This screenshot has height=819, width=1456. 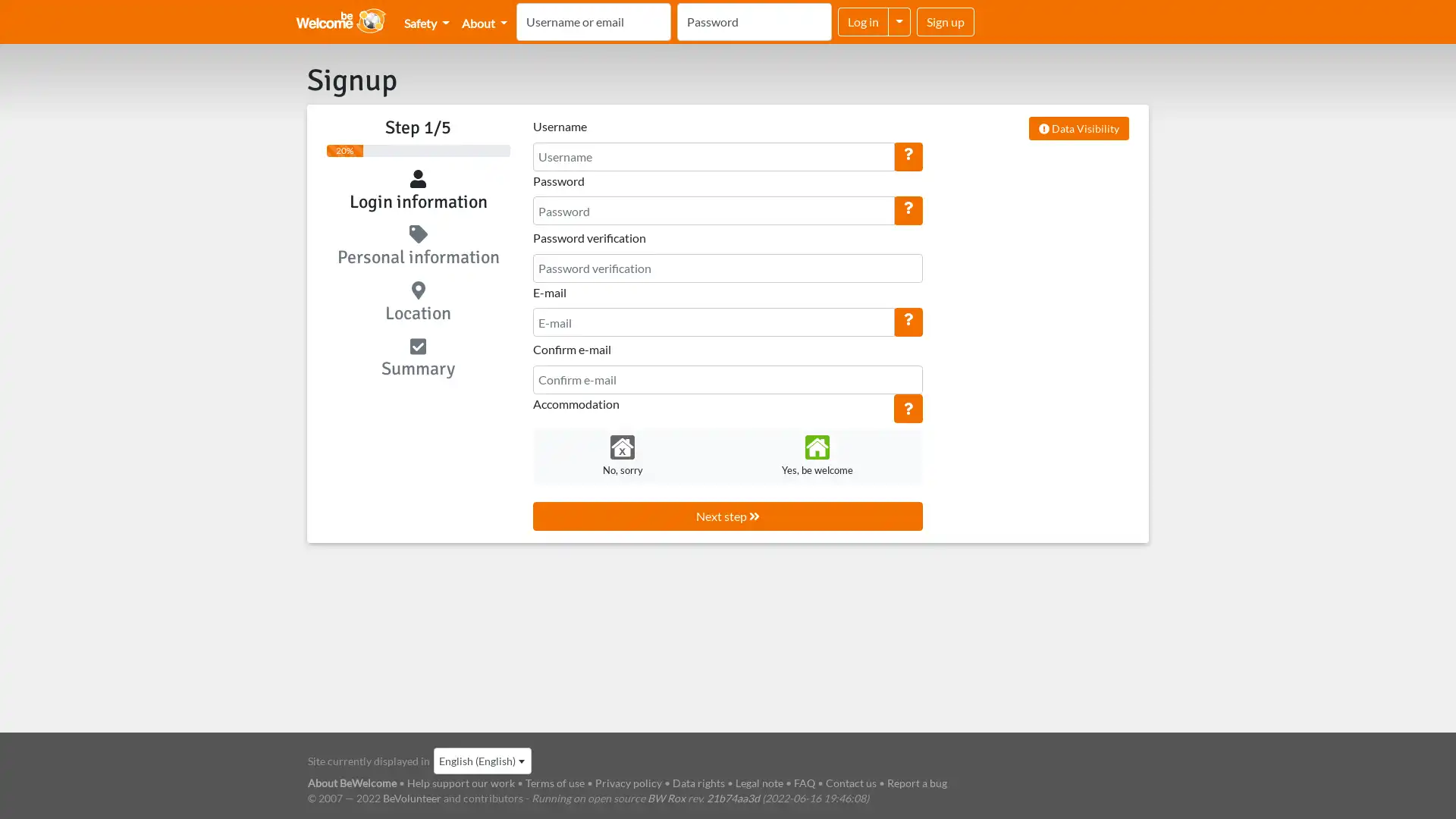 I want to click on Log in, so click(x=863, y=22).